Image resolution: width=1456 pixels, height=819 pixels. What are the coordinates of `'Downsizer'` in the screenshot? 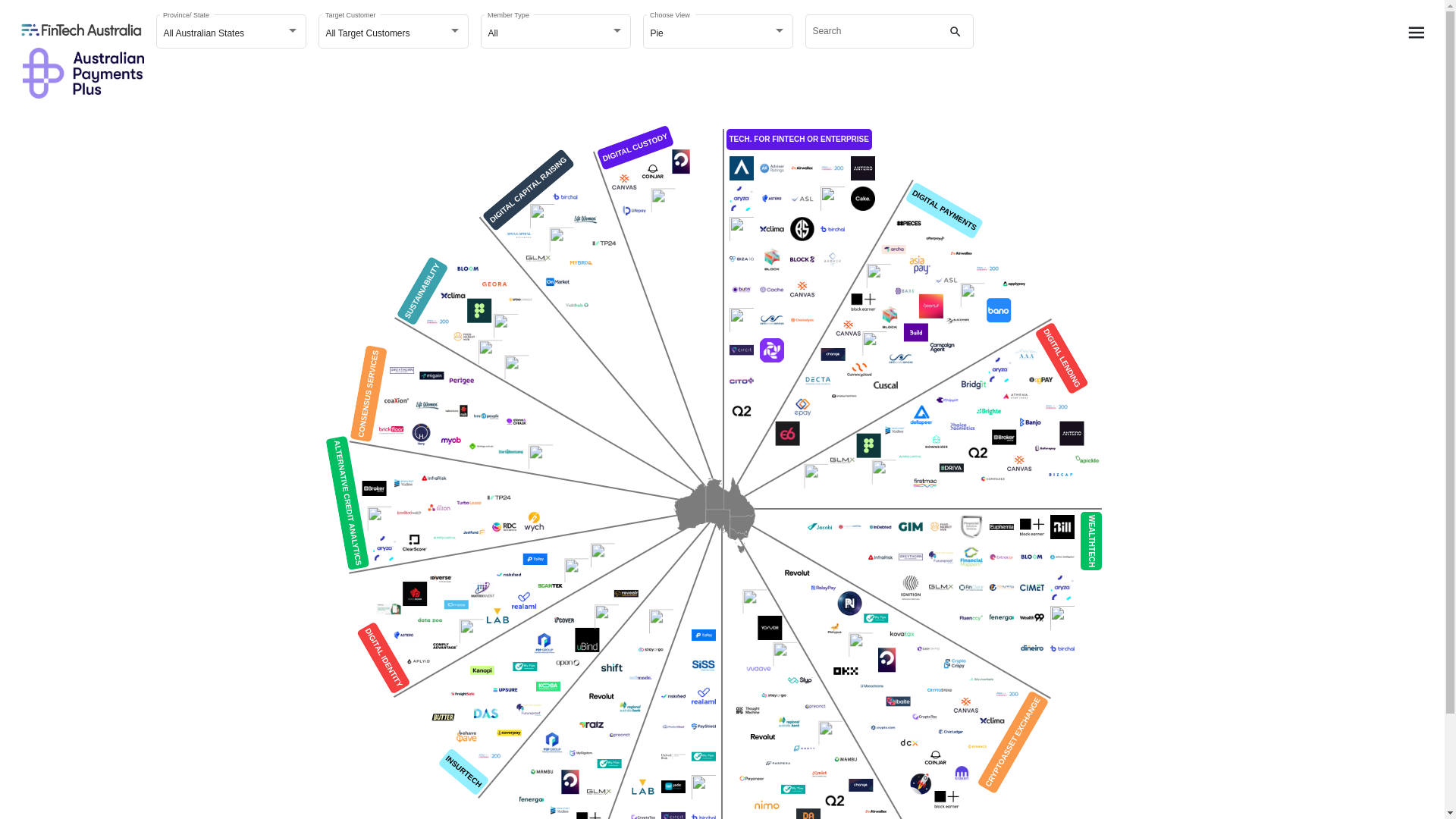 It's located at (934, 441).